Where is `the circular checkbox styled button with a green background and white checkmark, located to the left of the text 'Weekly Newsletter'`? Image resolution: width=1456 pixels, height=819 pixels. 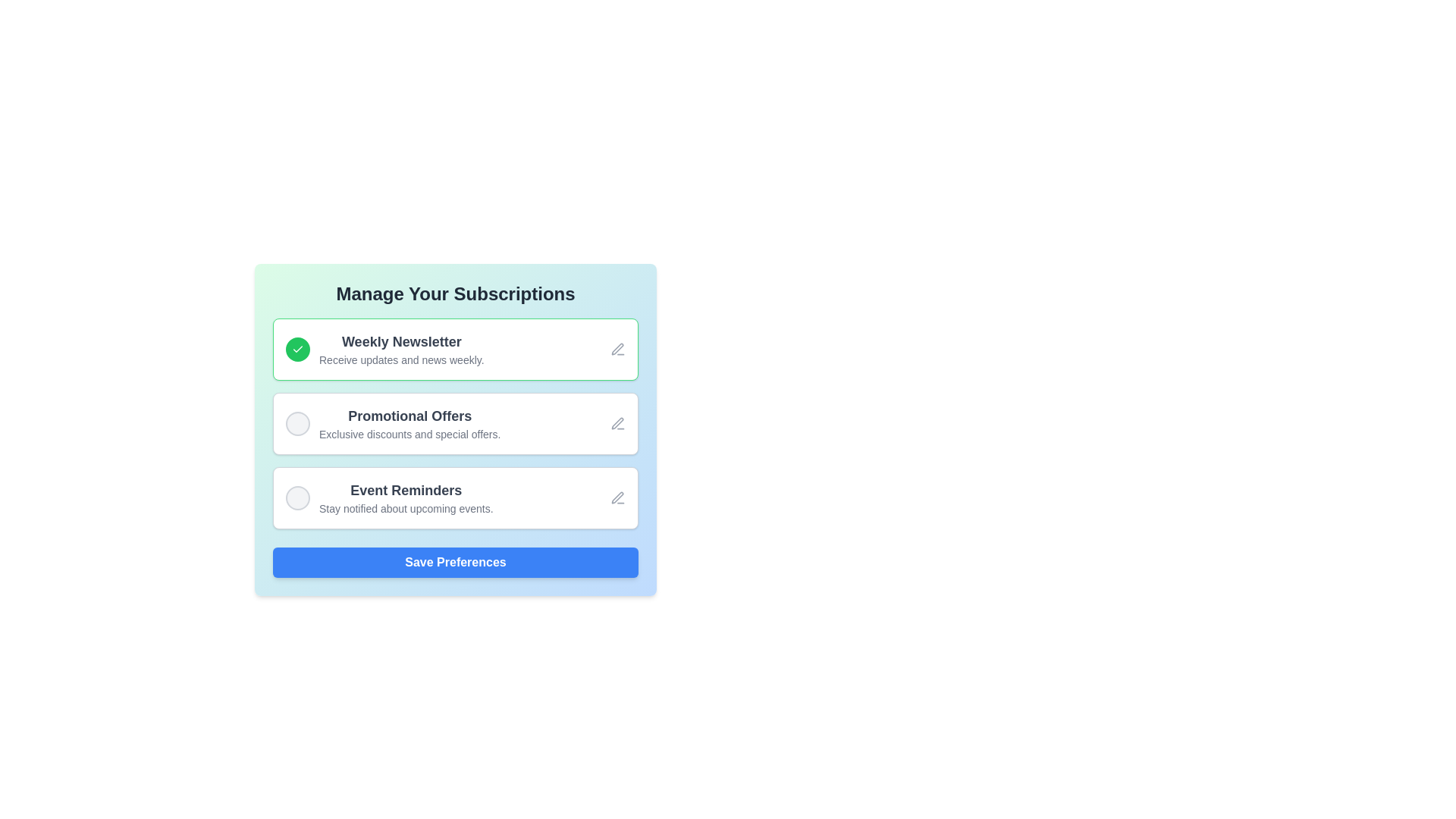 the circular checkbox styled button with a green background and white checkmark, located to the left of the text 'Weekly Newsletter' is located at coordinates (298, 350).